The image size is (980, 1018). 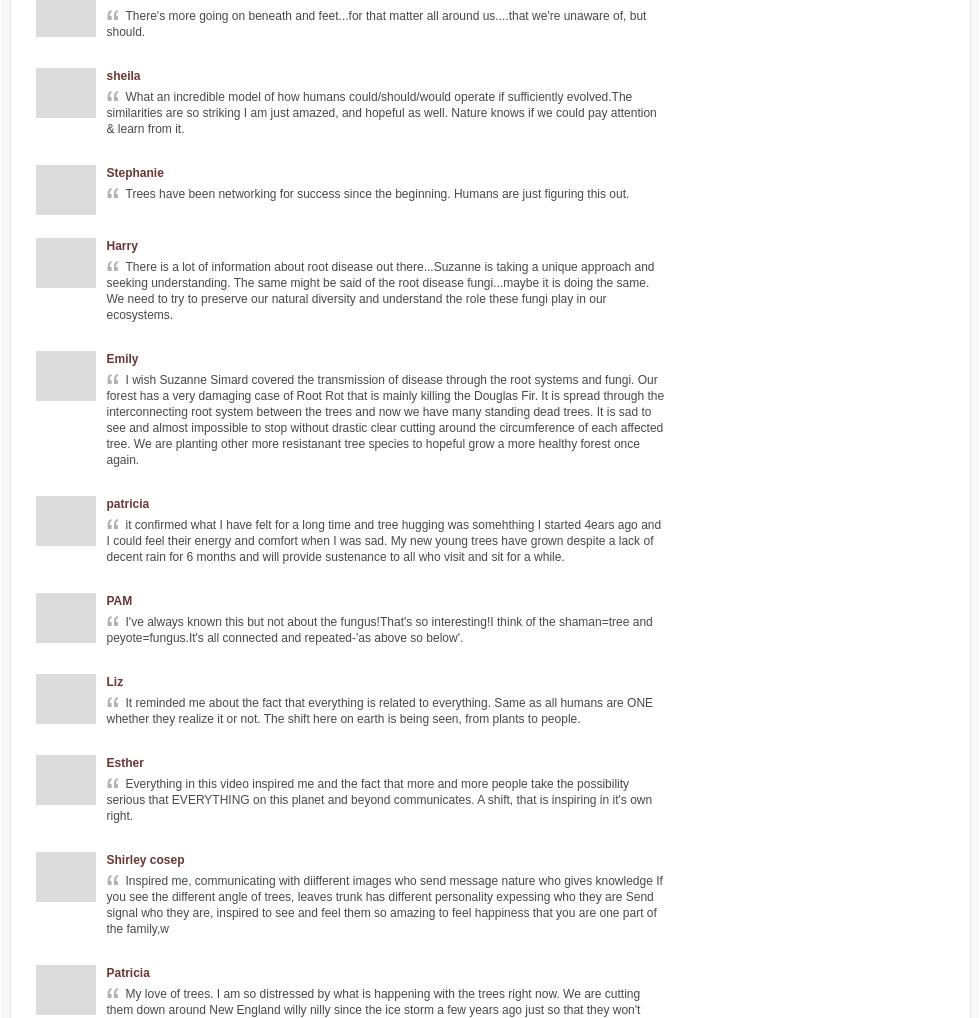 I want to click on 'There's more going on beneath and feet...for that matter all around us....that we're unaware of, but should.', so click(x=106, y=23).